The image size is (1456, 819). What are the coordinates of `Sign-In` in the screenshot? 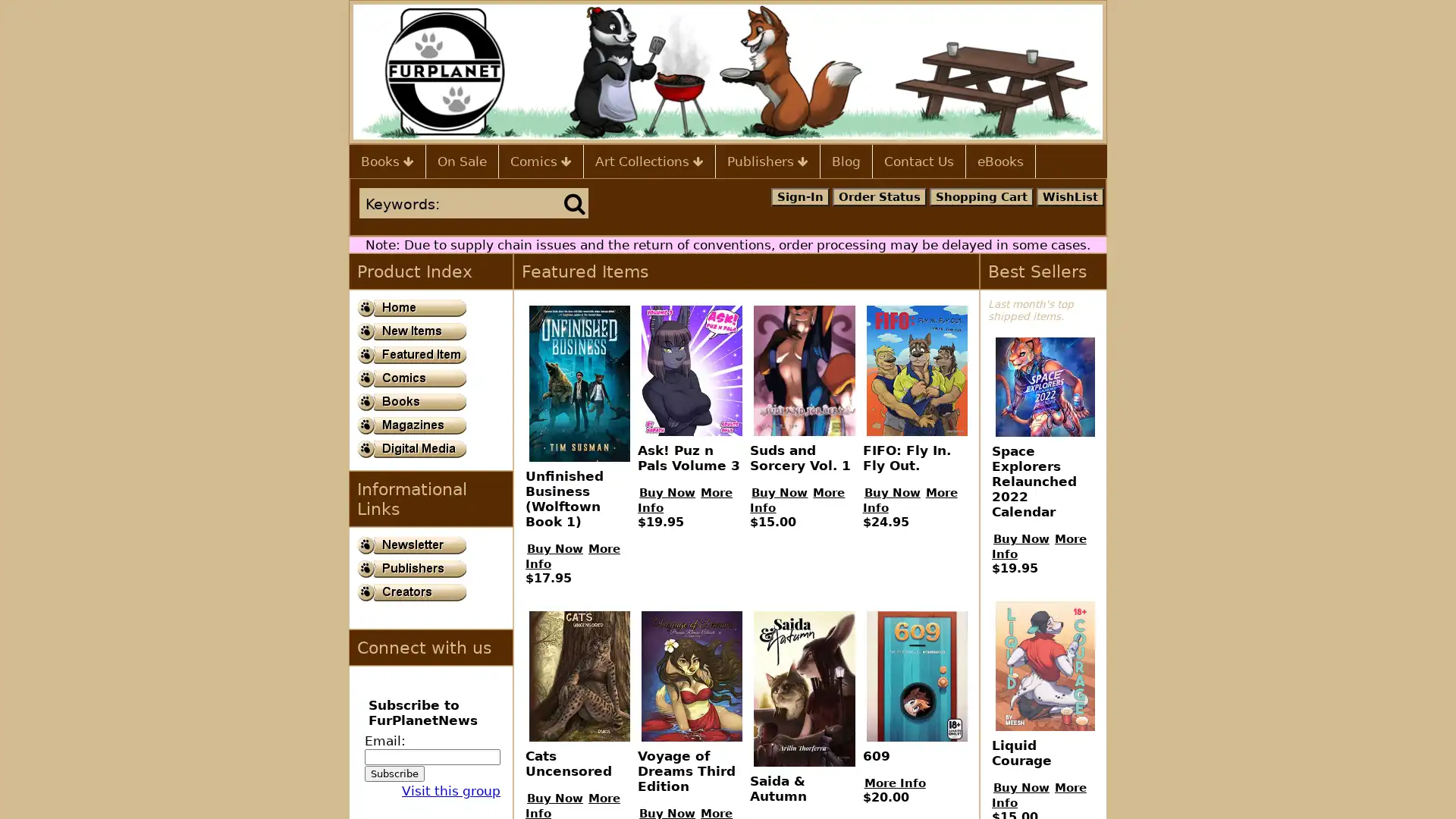 It's located at (799, 195).